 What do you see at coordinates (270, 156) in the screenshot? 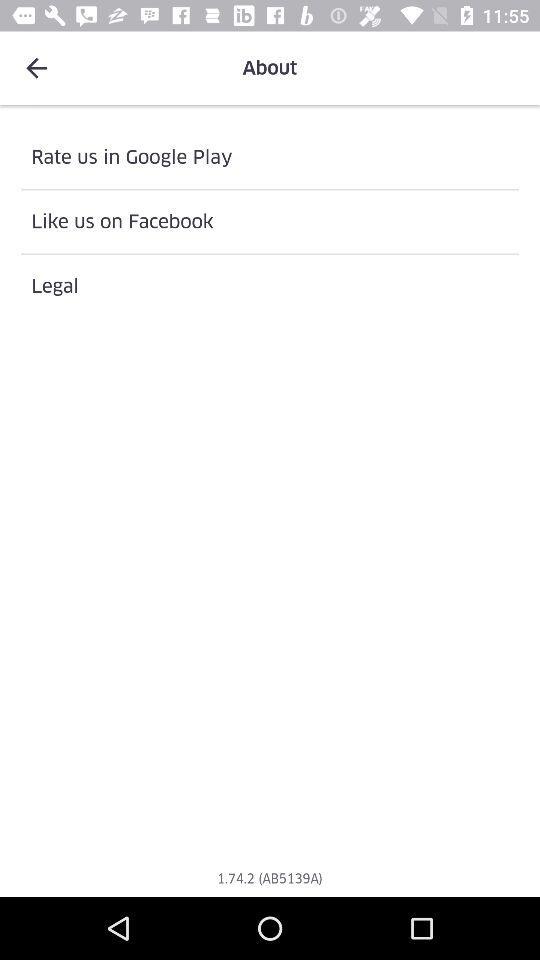
I see `rate us in icon` at bounding box center [270, 156].